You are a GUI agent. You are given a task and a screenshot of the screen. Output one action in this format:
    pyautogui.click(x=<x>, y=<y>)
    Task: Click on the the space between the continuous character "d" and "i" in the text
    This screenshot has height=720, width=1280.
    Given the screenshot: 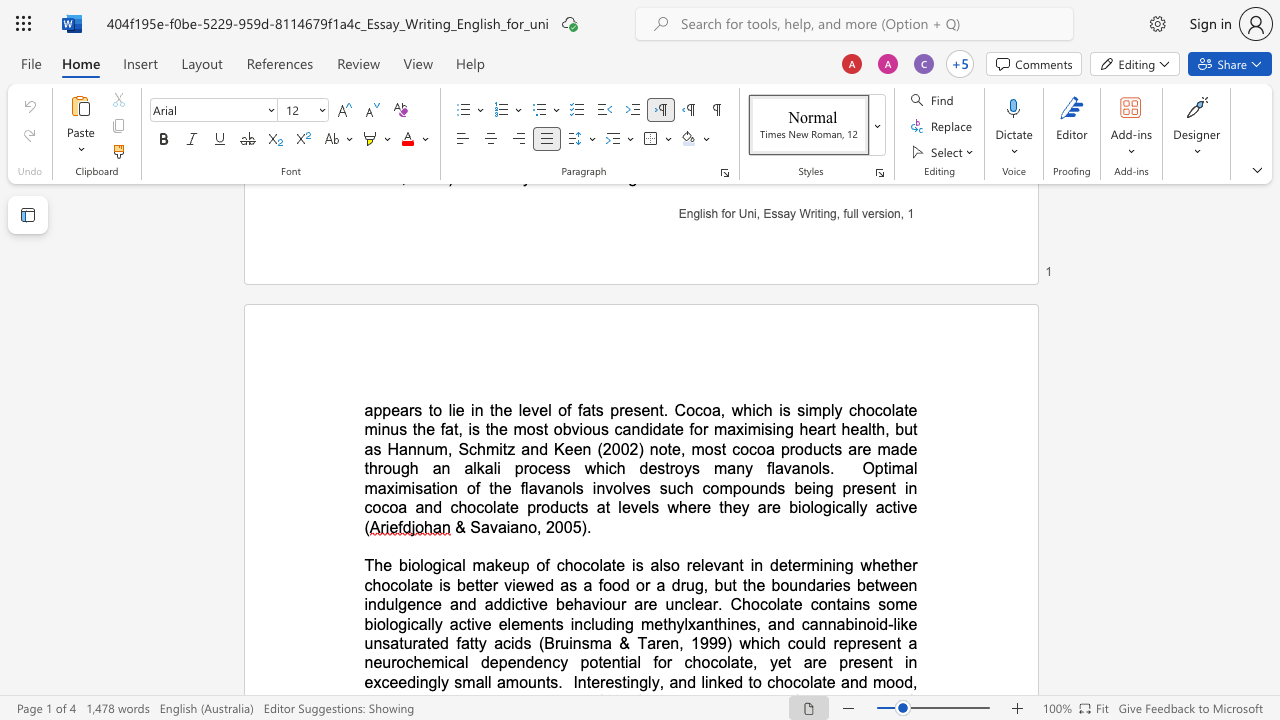 What is the action you would take?
    pyautogui.click(x=610, y=623)
    